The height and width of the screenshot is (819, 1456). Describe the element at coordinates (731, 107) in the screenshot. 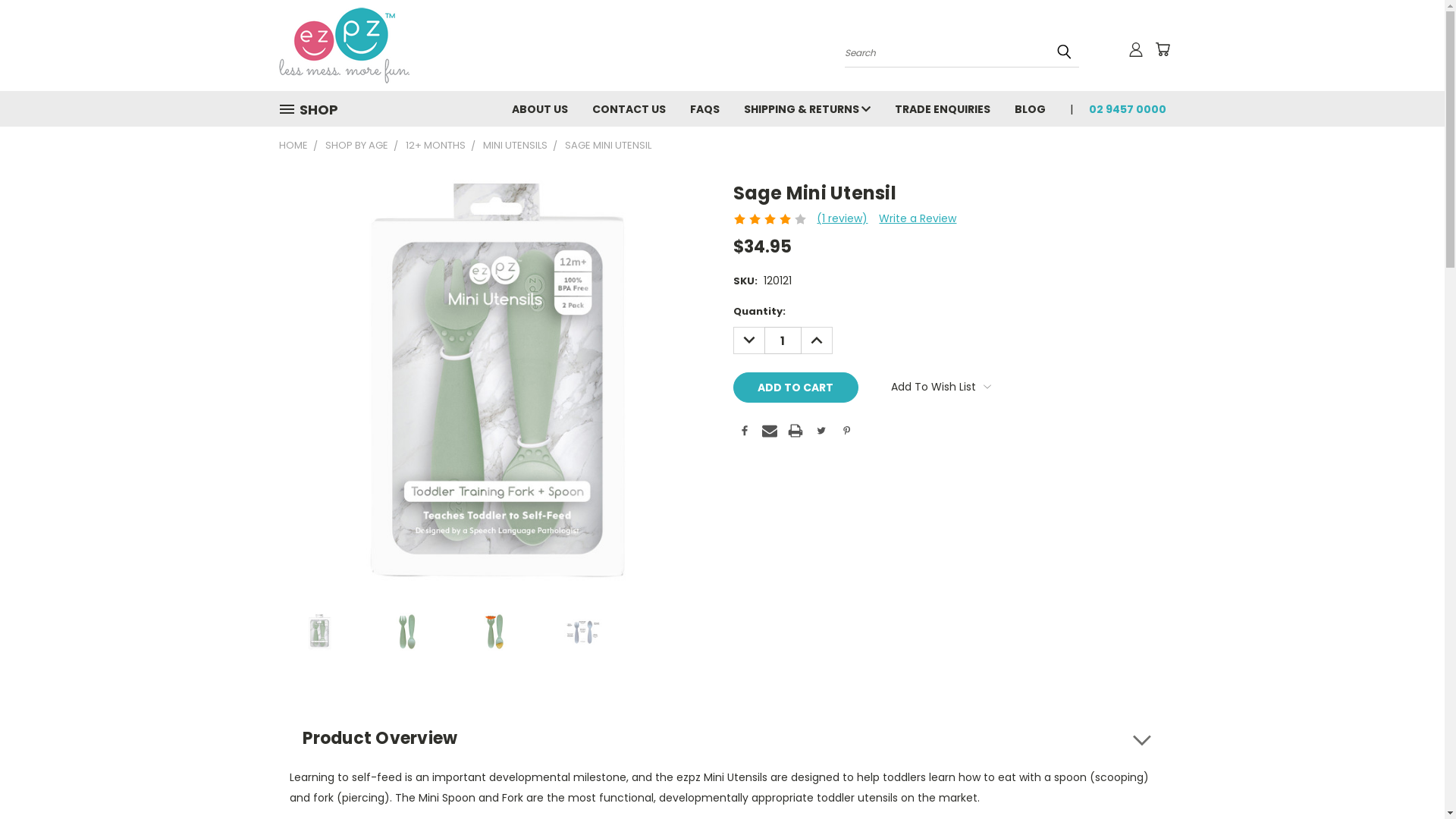

I see `'SHIPPING & RETURNS'` at that location.